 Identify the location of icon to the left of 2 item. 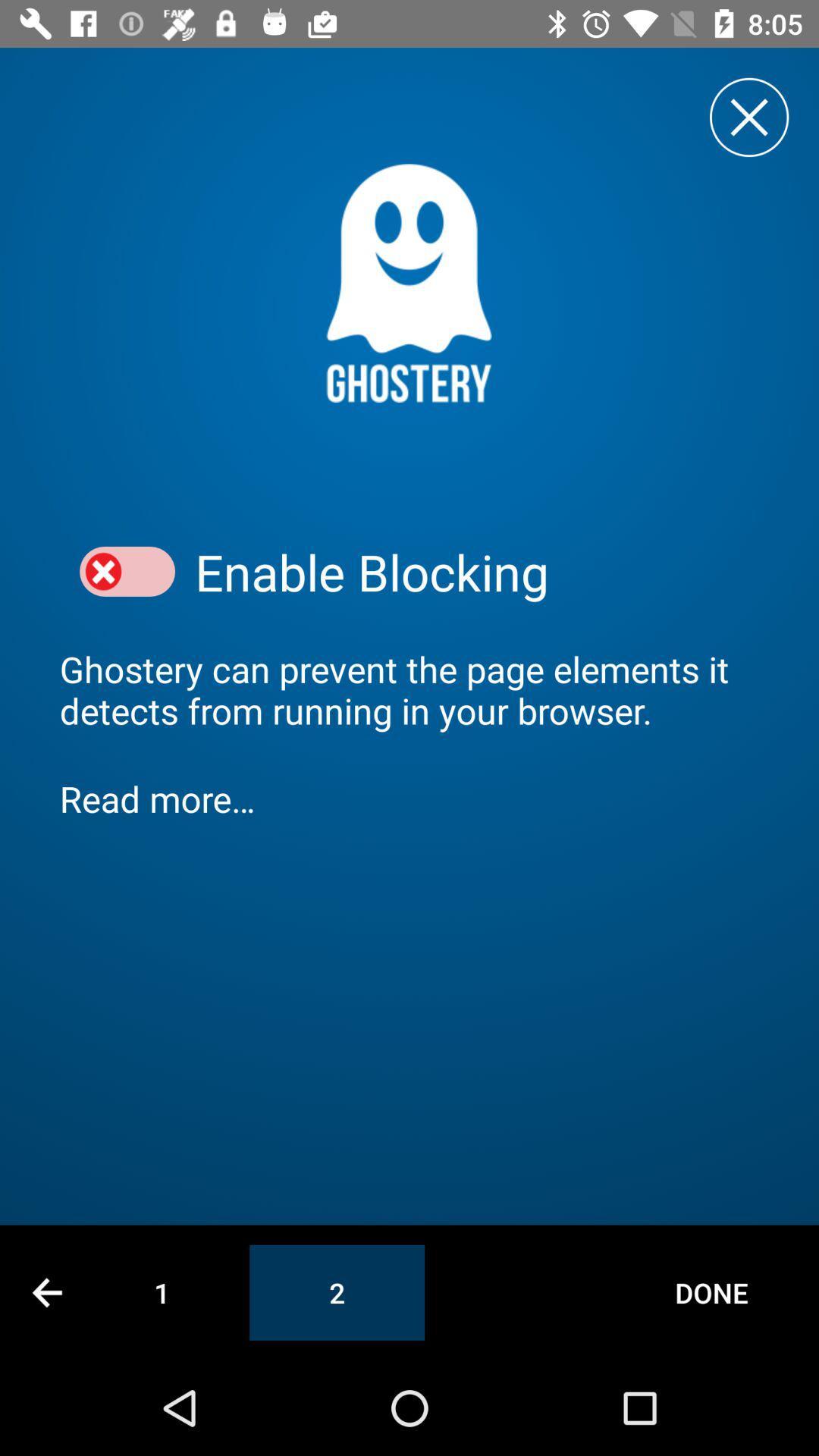
(162, 1291).